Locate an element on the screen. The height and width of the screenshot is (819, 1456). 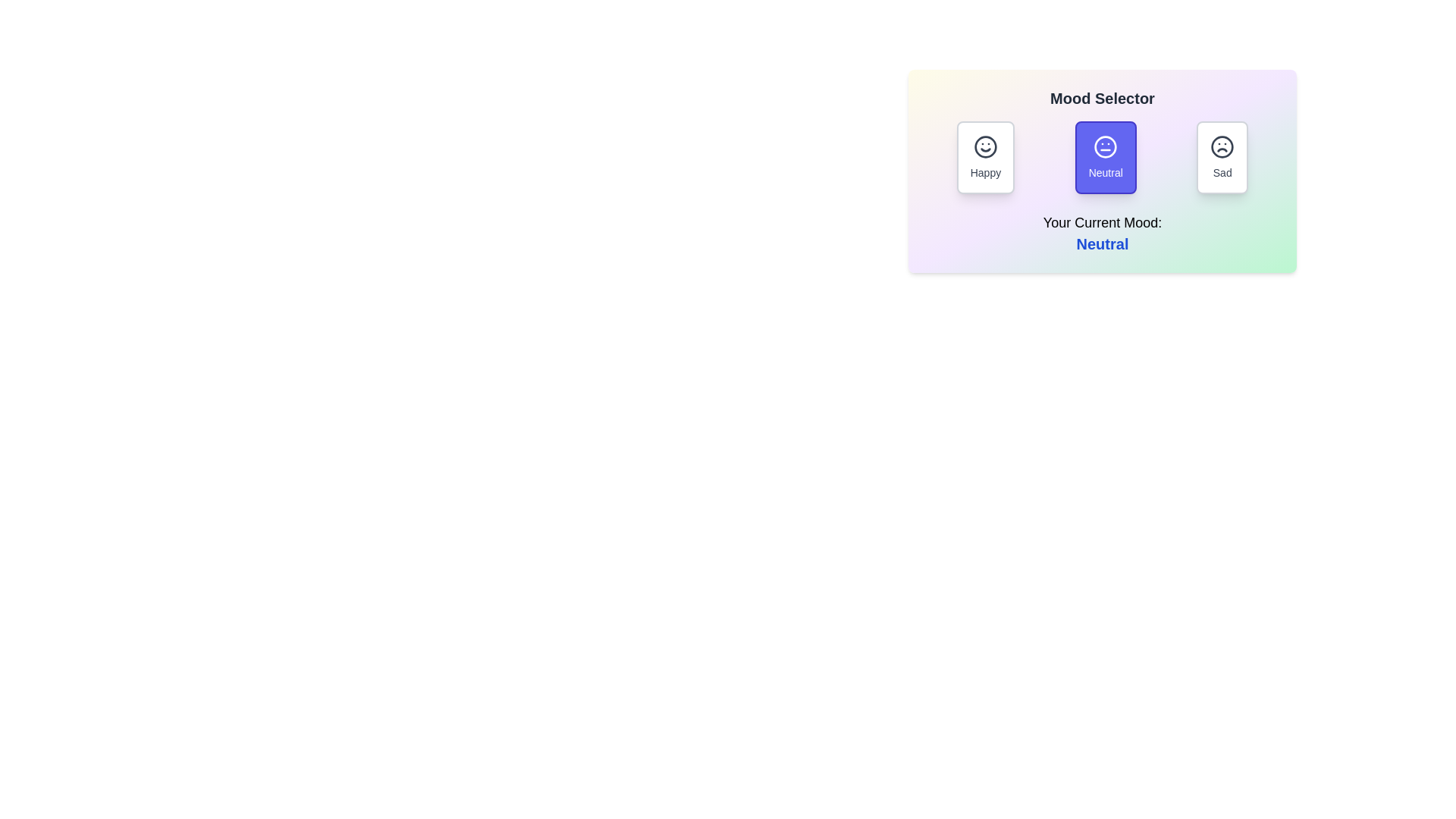
the text label displaying 'Your Current Mood:' which is a medium black font positioned below the mood buttons in the 'Mood Selector' interface is located at coordinates (1103, 222).